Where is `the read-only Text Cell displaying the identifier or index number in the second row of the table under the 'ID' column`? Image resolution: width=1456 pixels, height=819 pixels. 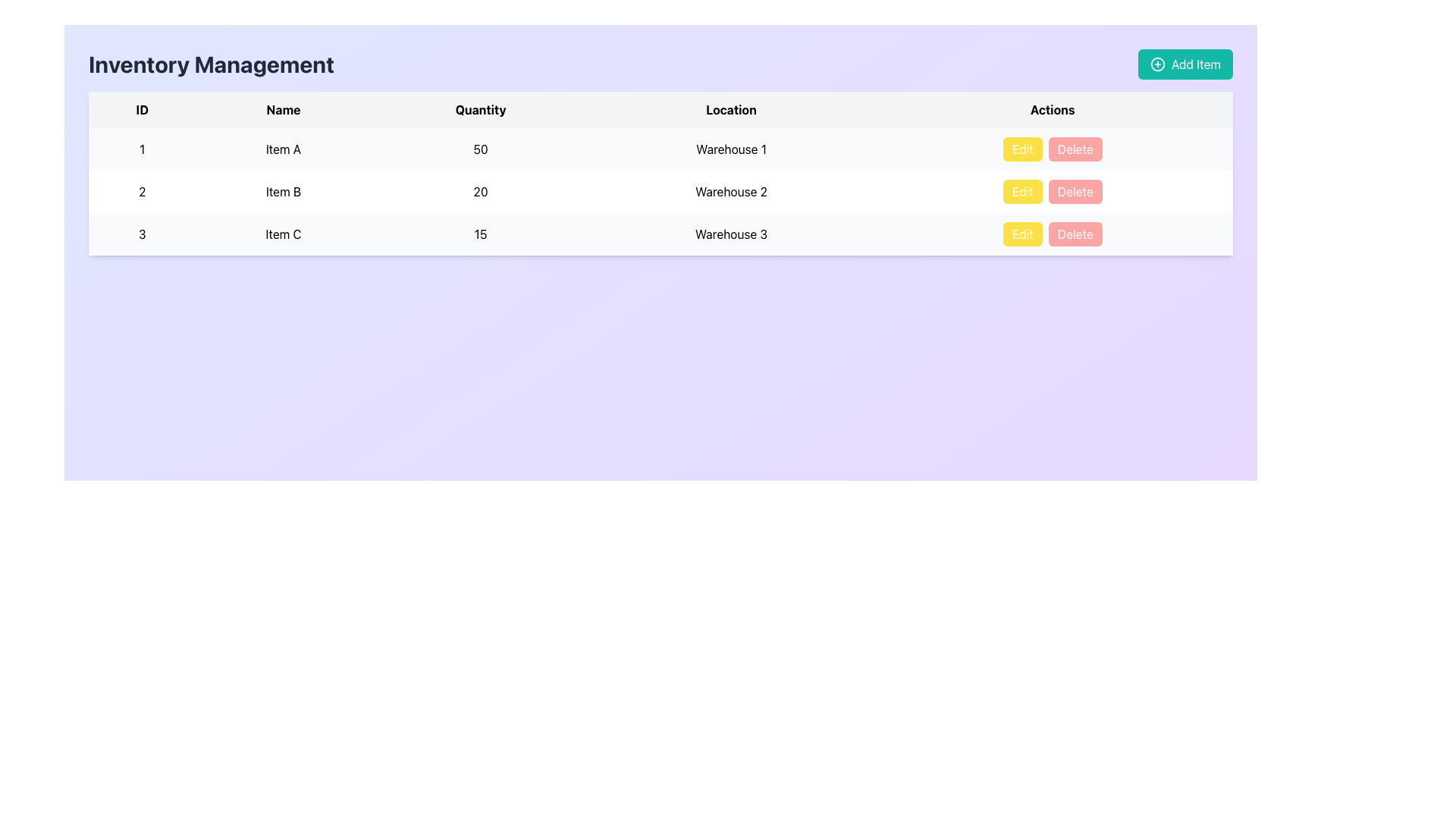
the read-only Text Cell displaying the identifier or index number in the second row of the table under the 'ID' column is located at coordinates (142, 191).